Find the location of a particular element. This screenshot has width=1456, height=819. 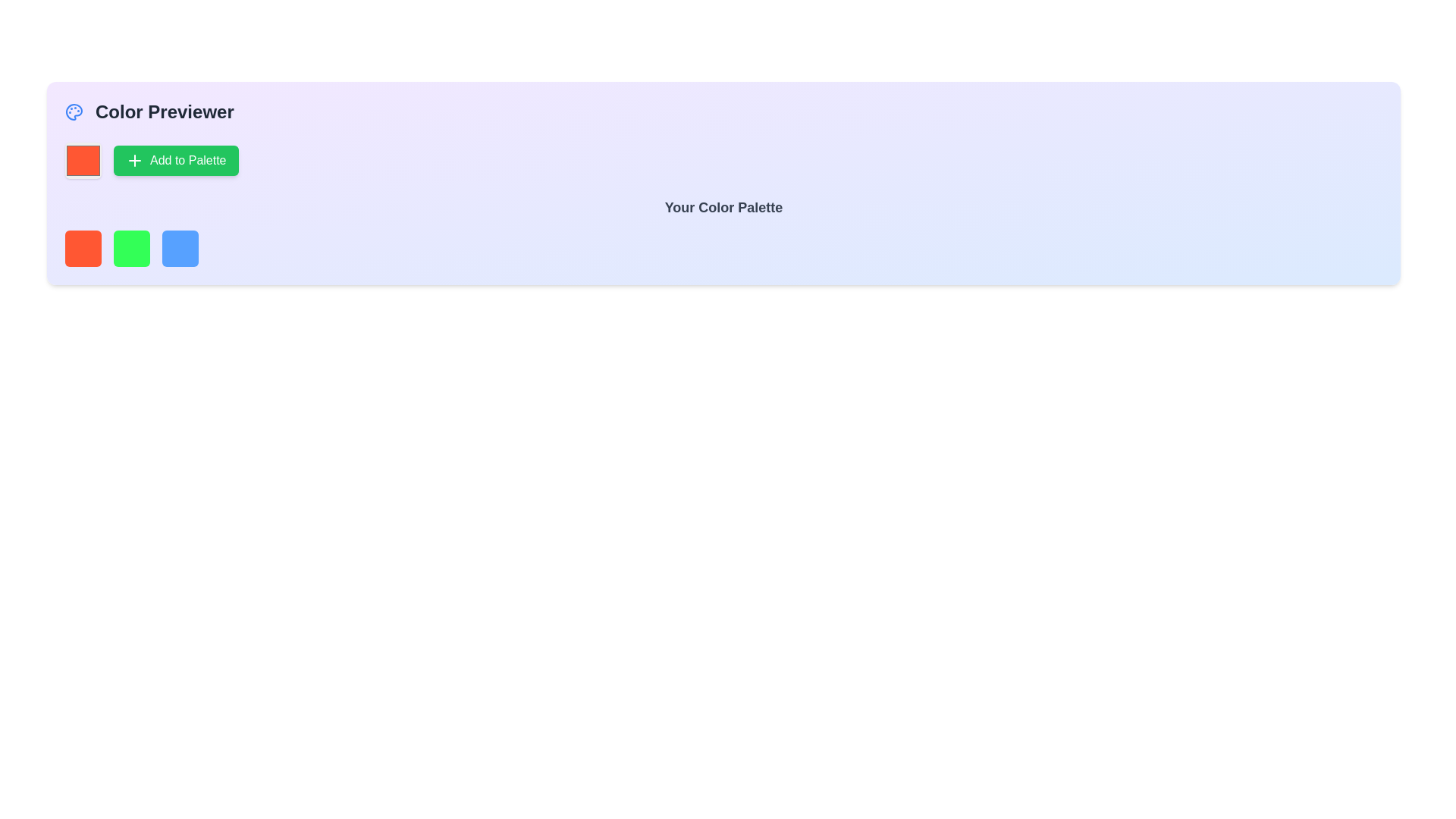

decorative icon located in the header section titled 'Color Previewer' to understand its contextual meaning is located at coordinates (73, 111).